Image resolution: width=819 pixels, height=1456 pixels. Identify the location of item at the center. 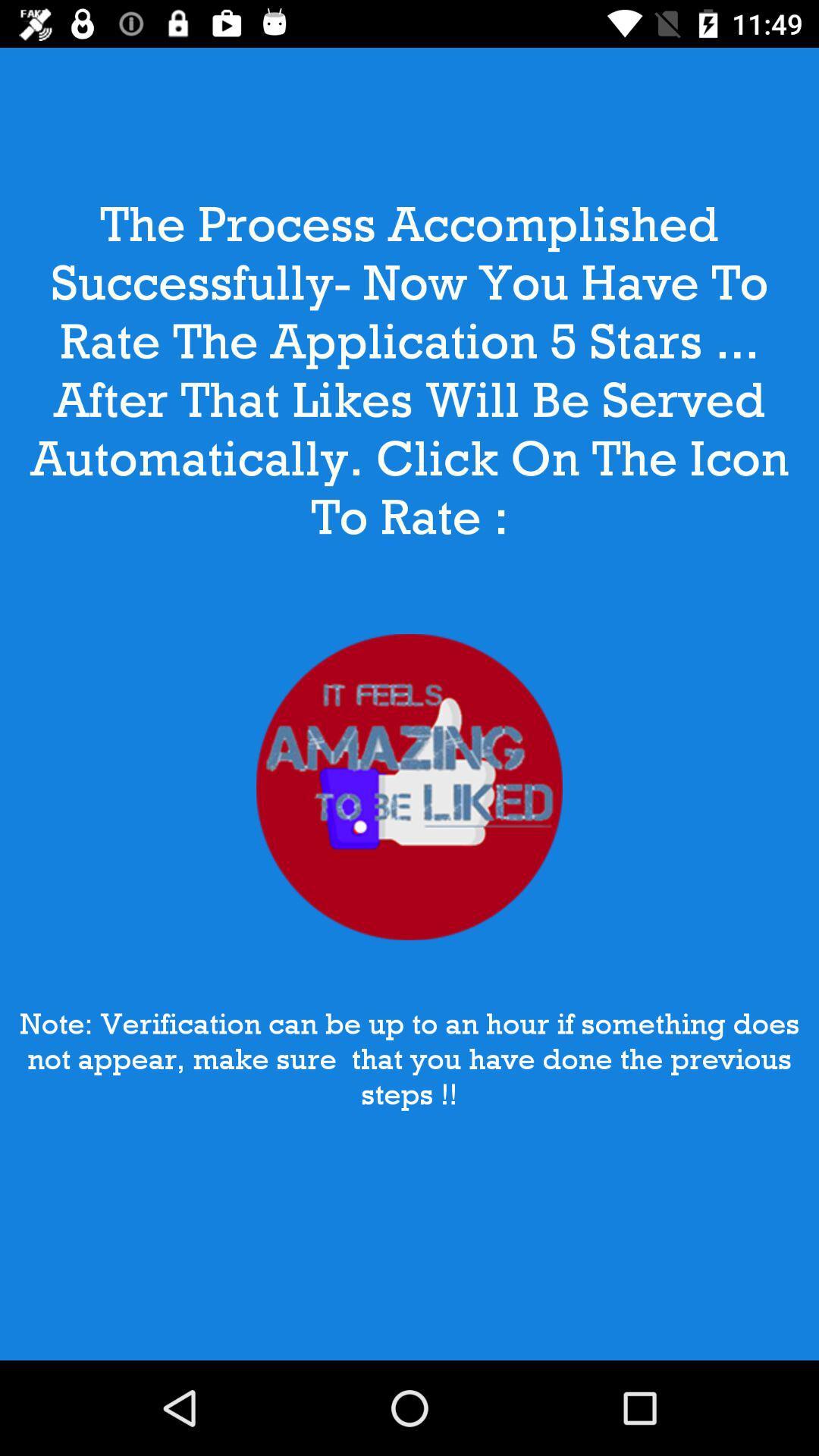
(409, 787).